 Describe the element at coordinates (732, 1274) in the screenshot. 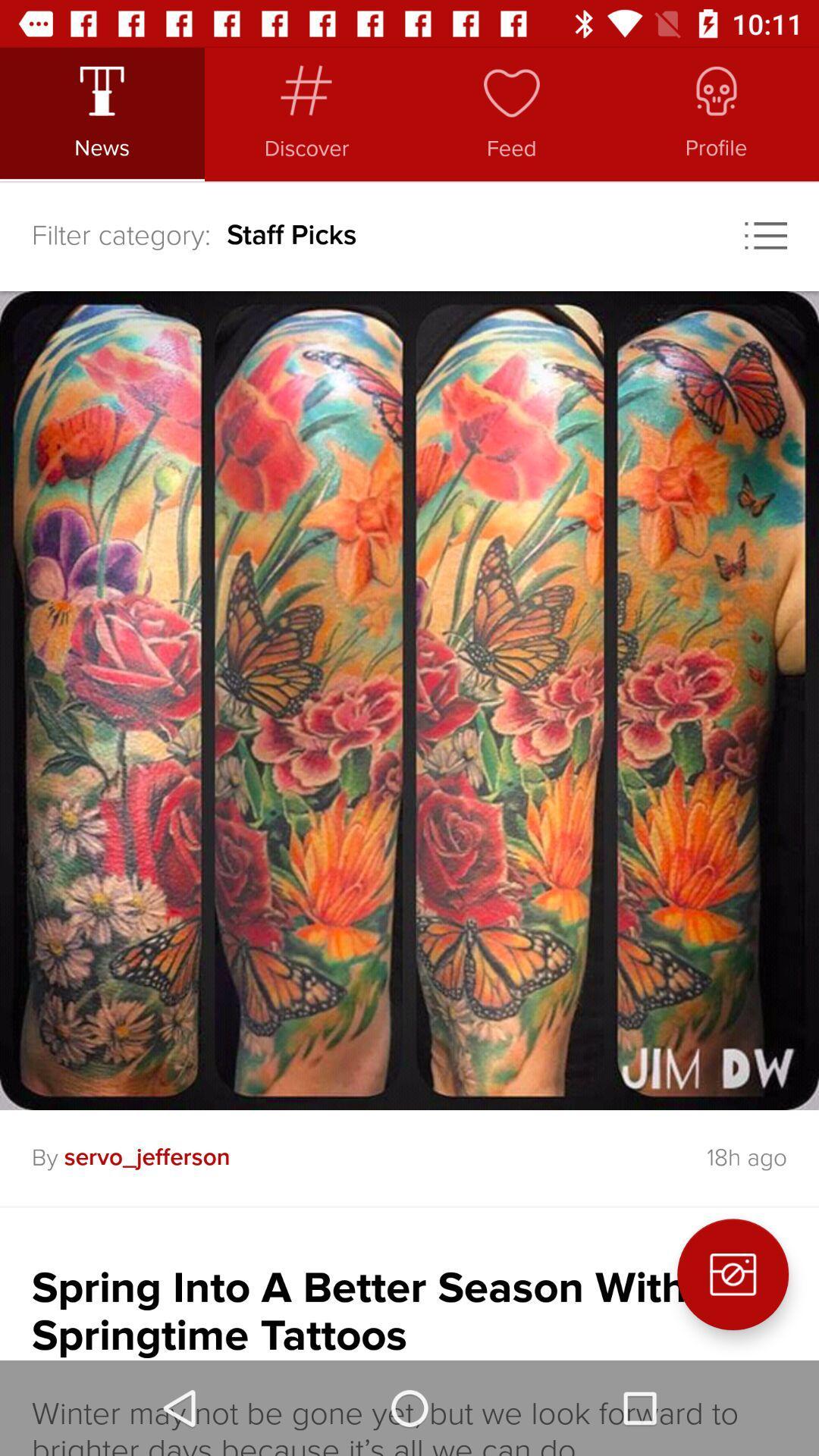

I see `the photo icon` at that location.